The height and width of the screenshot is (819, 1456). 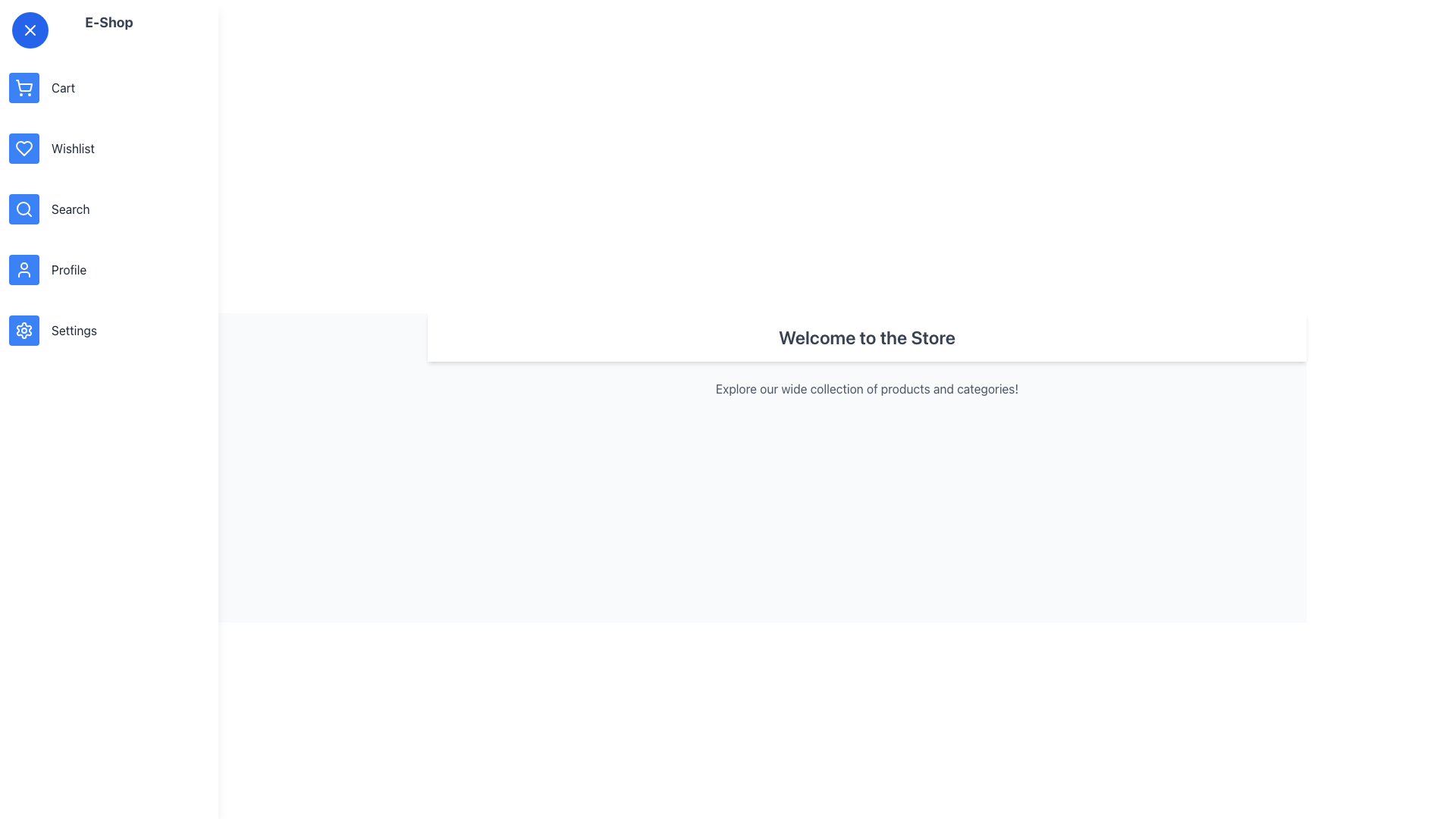 What do you see at coordinates (68, 268) in the screenshot?
I see `the Static Text Label for the user's profile section in the vertical navigation menu, located below 'Search' and above 'Settings', aligned to the right of the user icon` at bounding box center [68, 268].